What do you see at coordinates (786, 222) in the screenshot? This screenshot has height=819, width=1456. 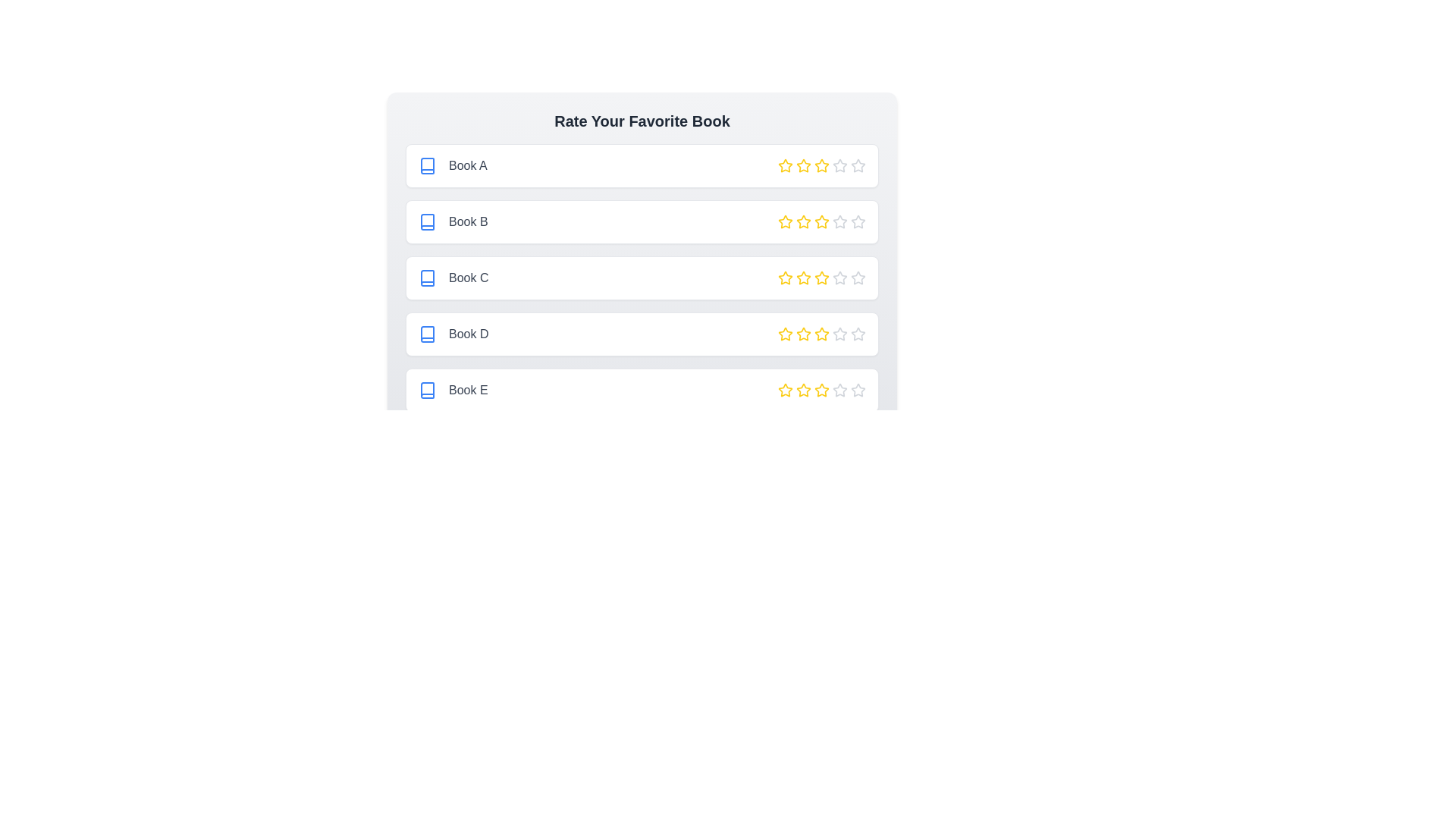 I see `the star corresponding to 1 stars for the book titled Book B` at bounding box center [786, 222].